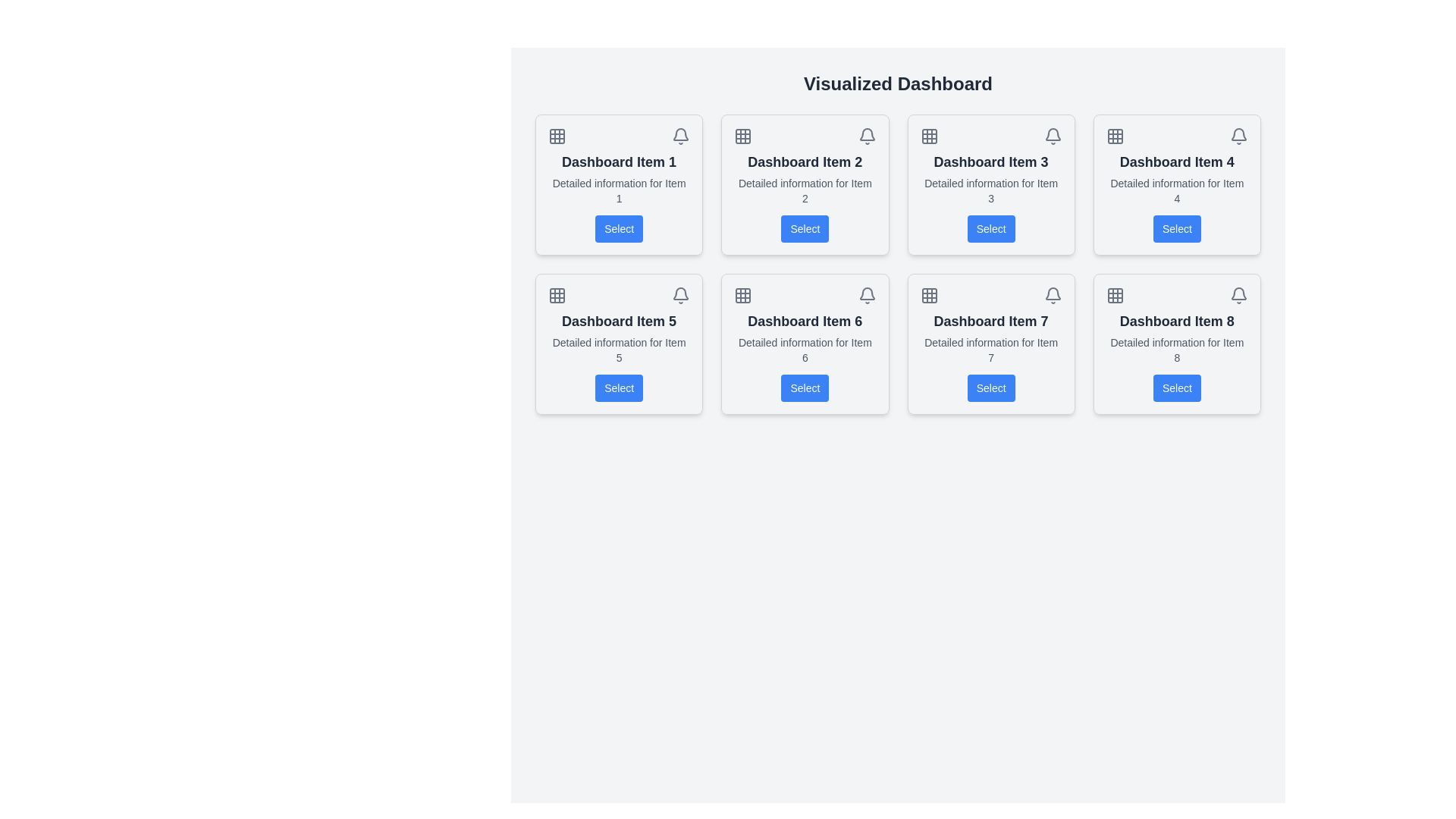 The image size is (1456, 819). Describe the element at coordinates (1115, 136) in the screenshot. I see `the square-shaped icon with rounded corners that features a bold grid-like 3x3 arrangement, located in the upper-left corner of the fourth dashboard item card` at that location.